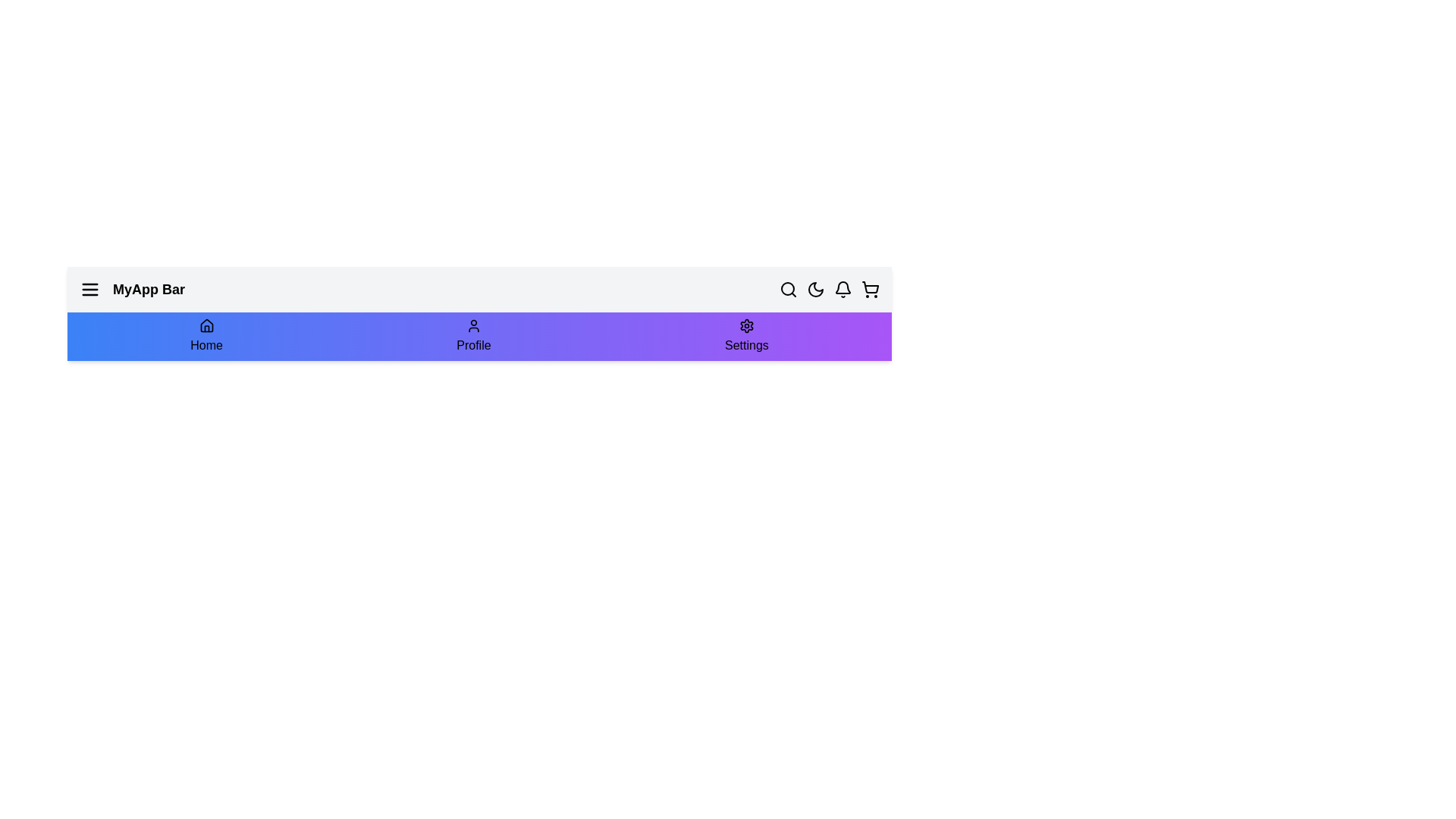 This screenshot has height=819, width=1456. What do you see at coordinates (870, 289) in the screenshot?
I see `the shopping cart icon to open the shopping cart` at bounding box center [870, 289].